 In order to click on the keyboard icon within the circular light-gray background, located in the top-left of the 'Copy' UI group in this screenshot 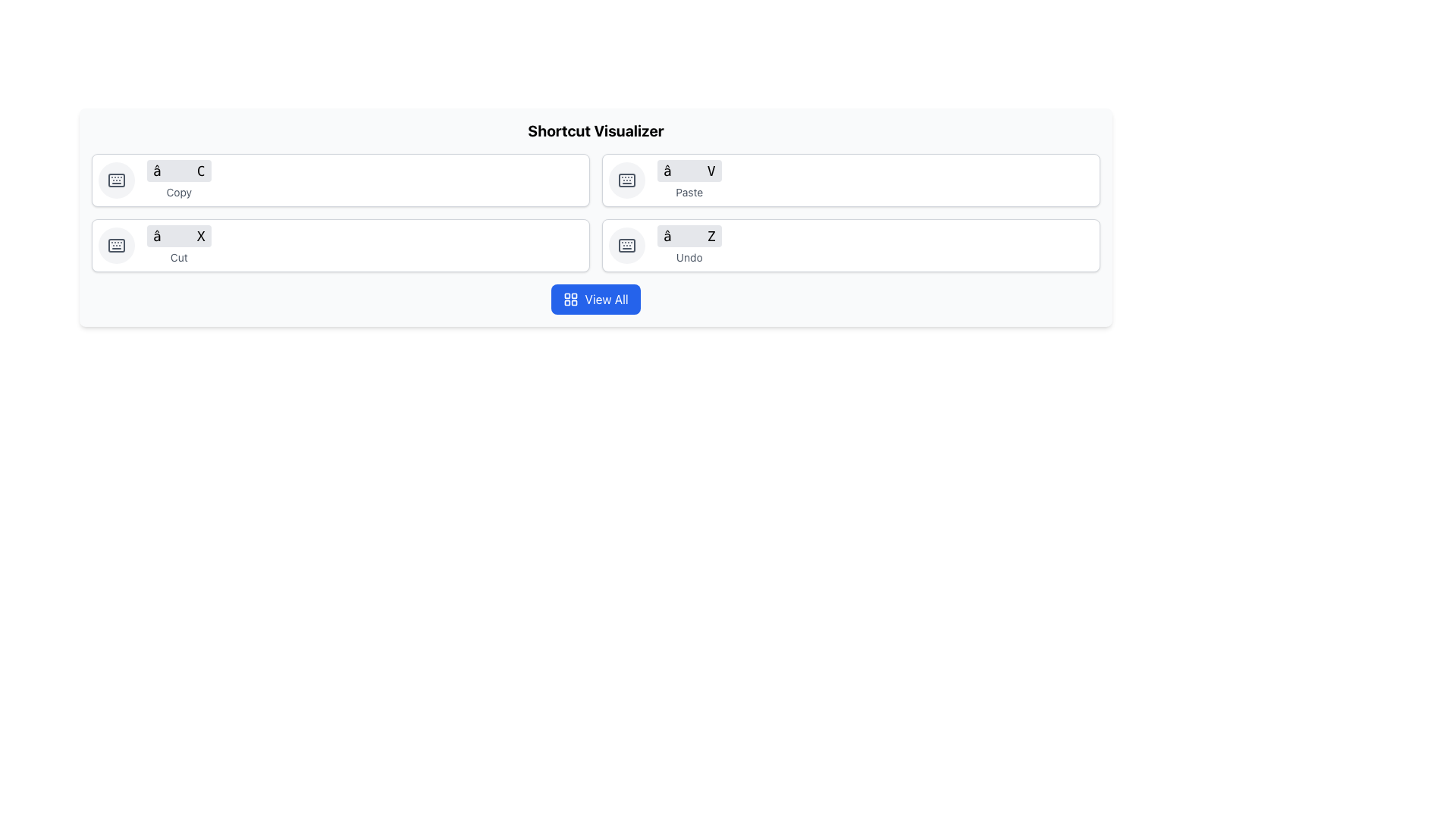, I will do `click(626, 180)`.